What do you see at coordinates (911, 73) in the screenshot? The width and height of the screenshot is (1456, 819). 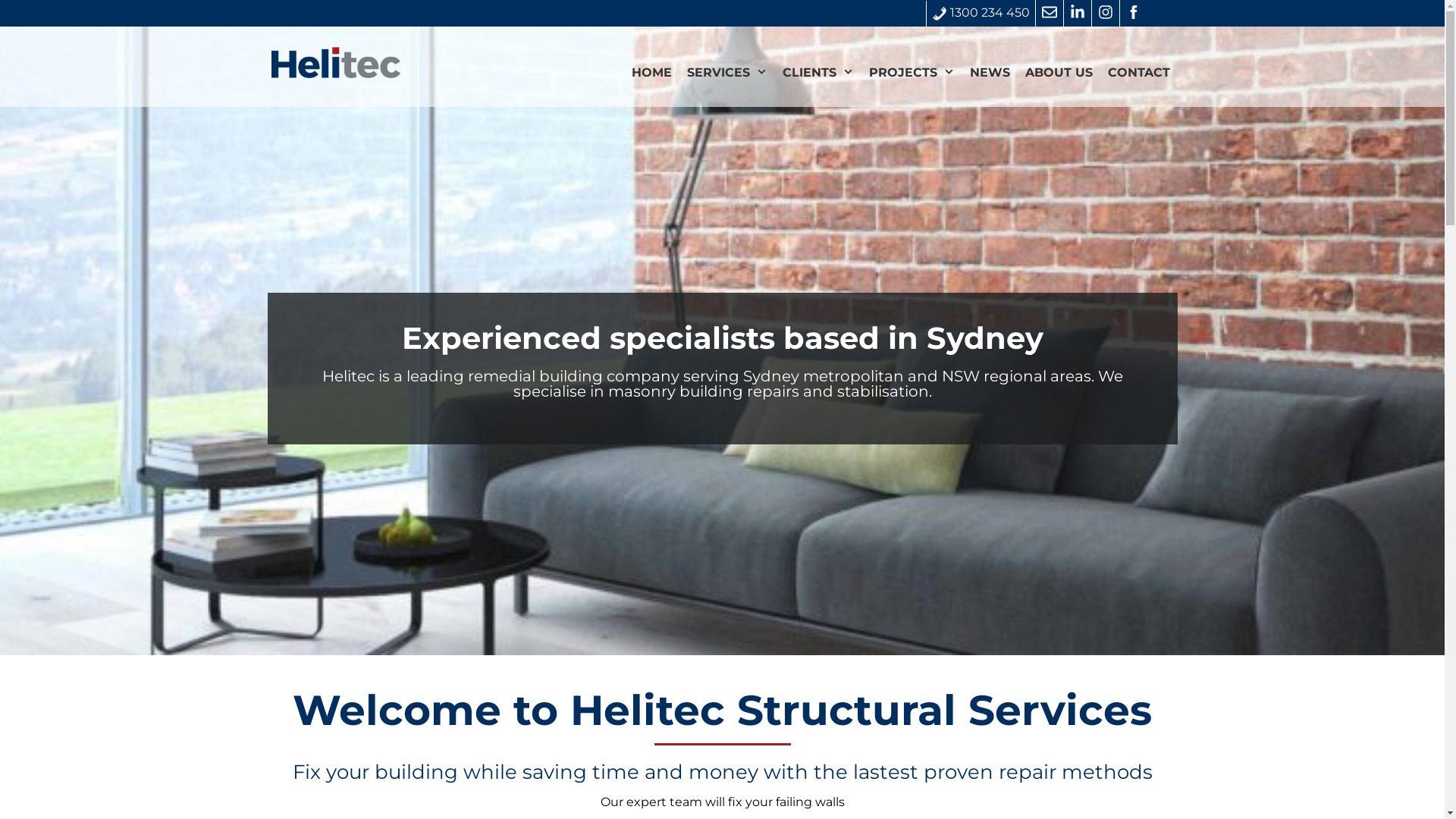 I see `'PROJECTS'` at bounding box center [911, 73].